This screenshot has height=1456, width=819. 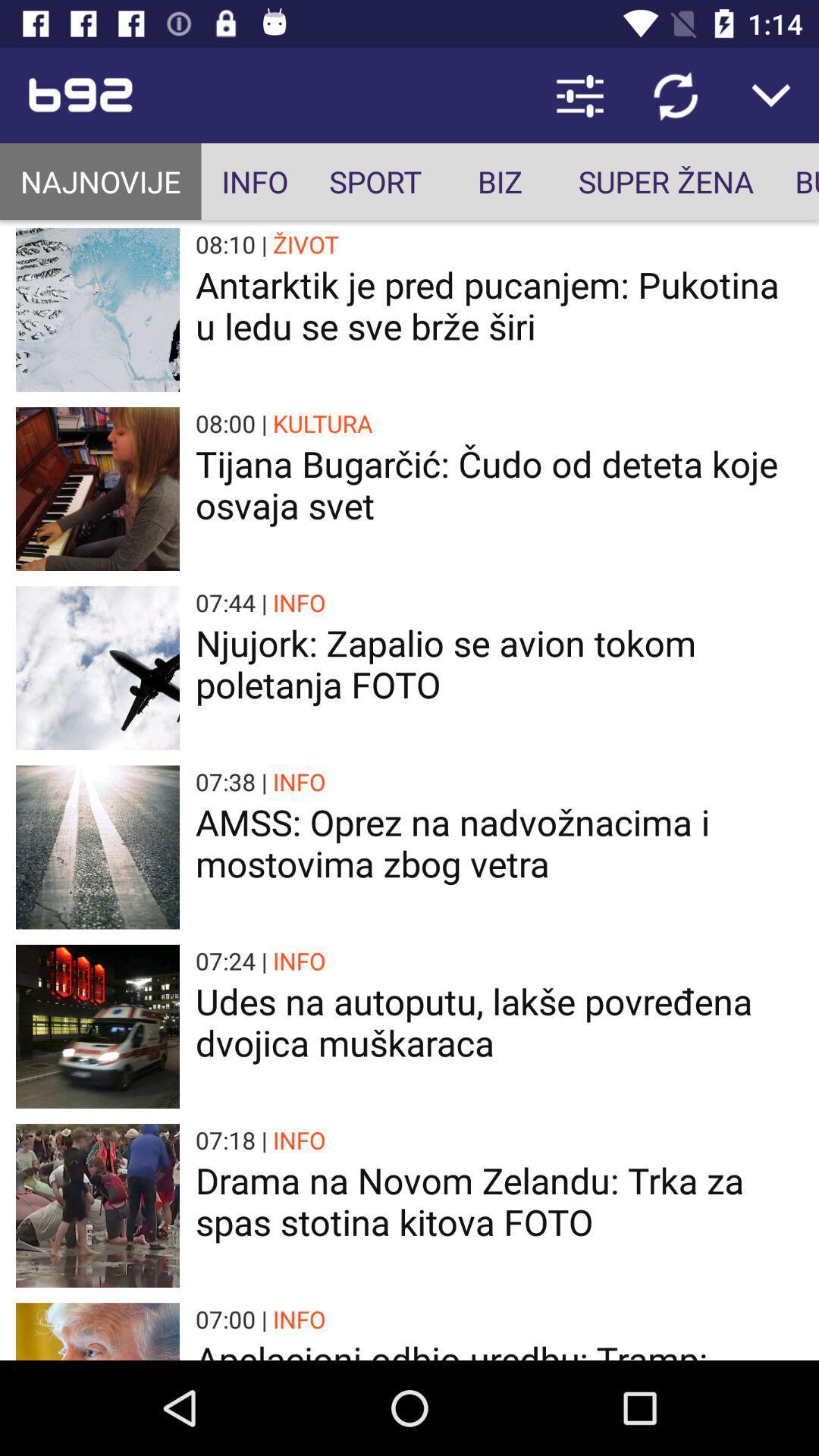 I want to click on the item above the 07:00 |  item, so click(x=499, y=1200).